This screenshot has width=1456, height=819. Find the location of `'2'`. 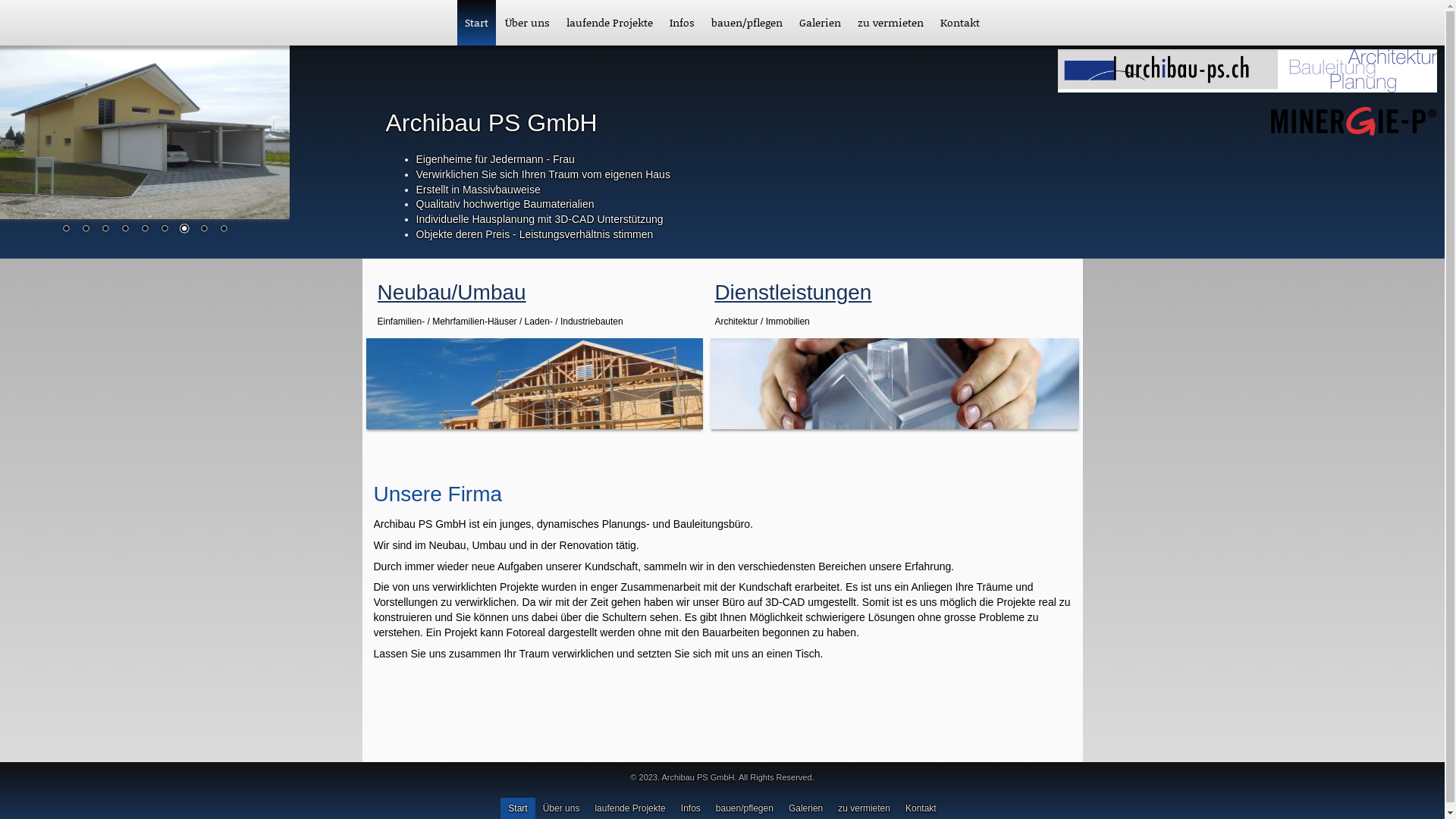

'2' is located at coordinates (85, 230).